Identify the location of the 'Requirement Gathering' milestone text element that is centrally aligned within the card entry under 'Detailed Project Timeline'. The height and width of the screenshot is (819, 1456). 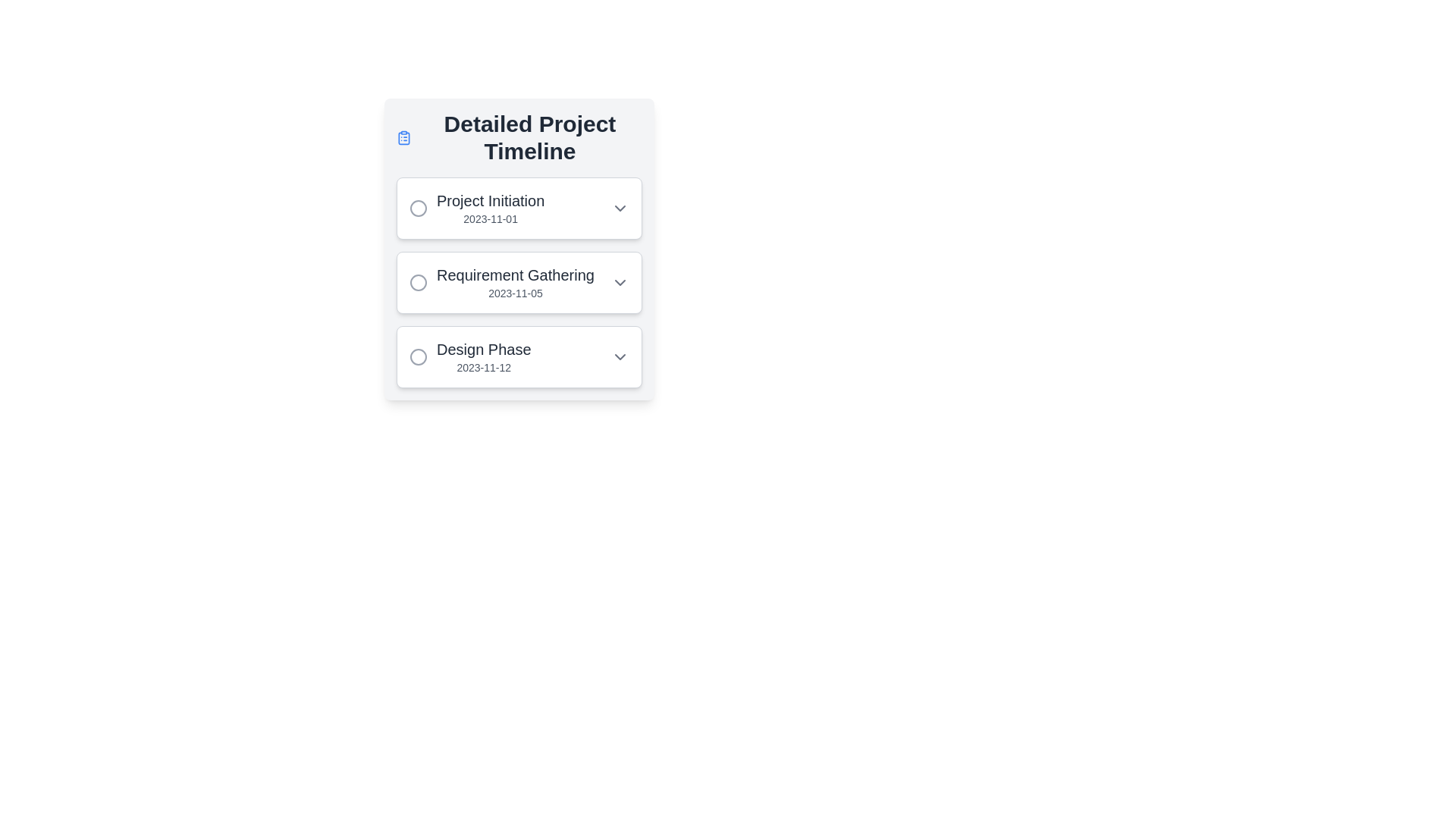
(515, 283).